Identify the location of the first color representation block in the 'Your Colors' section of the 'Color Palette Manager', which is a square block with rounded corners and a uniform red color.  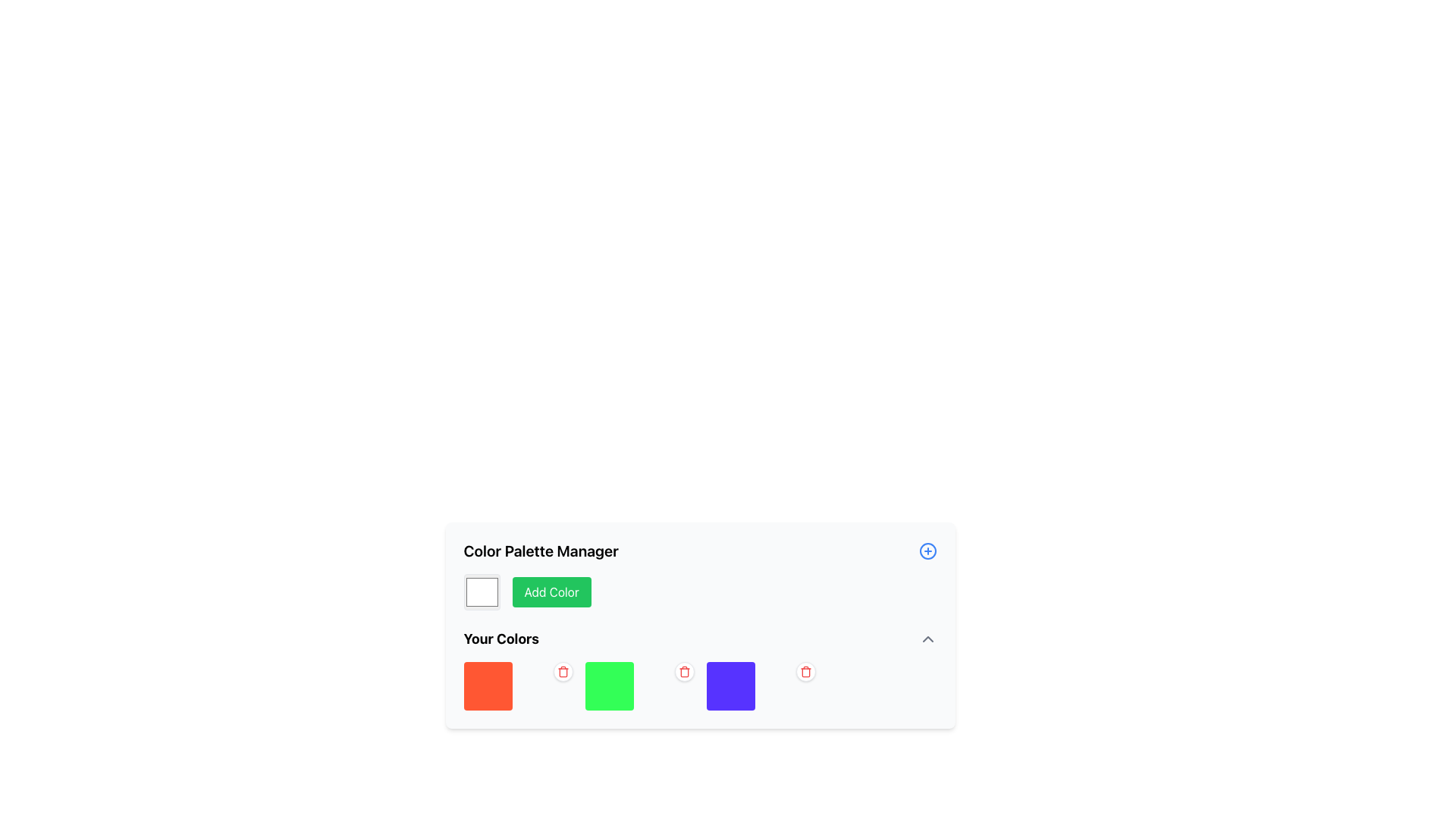
(488, 686).